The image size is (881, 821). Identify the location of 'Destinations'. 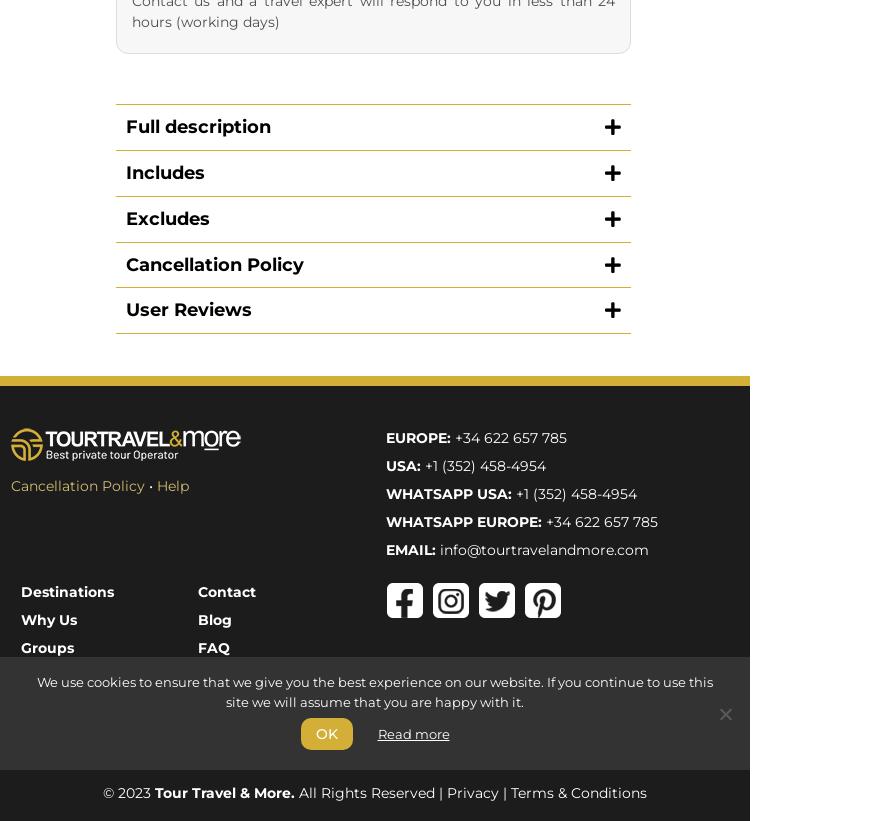
(19, 179).